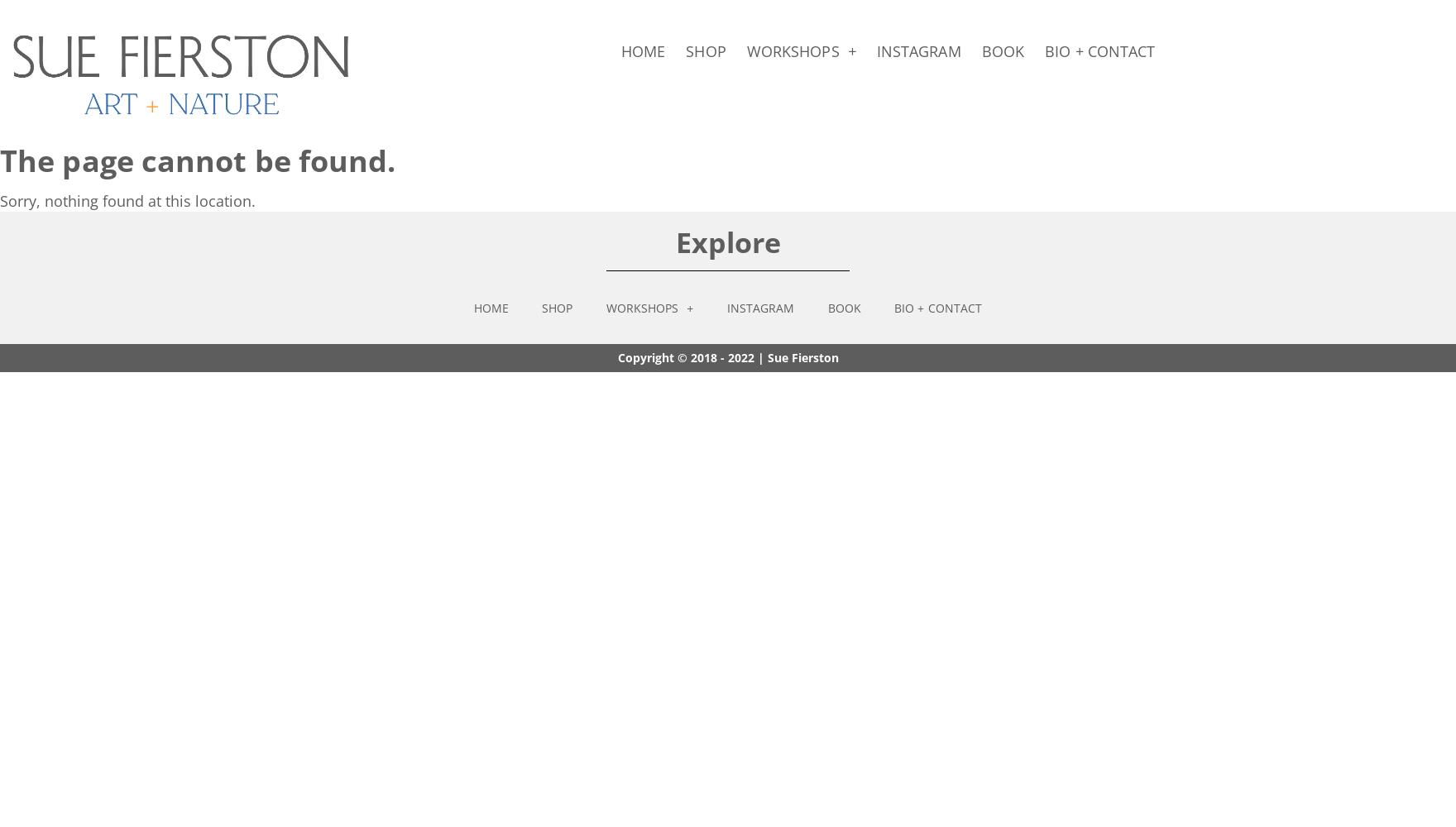 The image size is (1456, 827). Describe the element at coordinates (726, 242) in the screenshot. I see `'Explore'` at that location.